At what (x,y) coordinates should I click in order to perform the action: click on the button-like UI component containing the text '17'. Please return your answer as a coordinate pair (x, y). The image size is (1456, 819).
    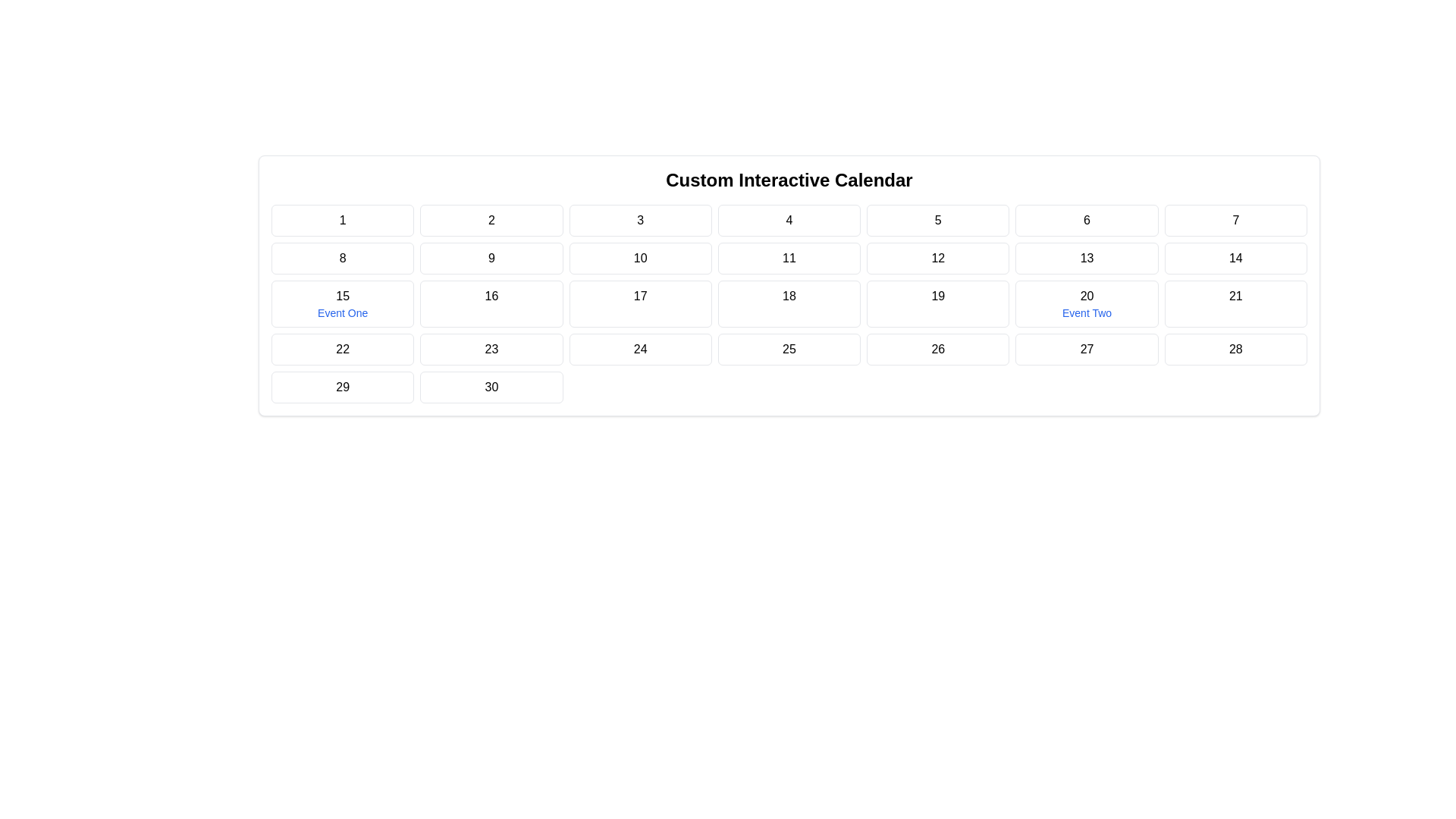
    Looking at the image, I should click on (640, 304).